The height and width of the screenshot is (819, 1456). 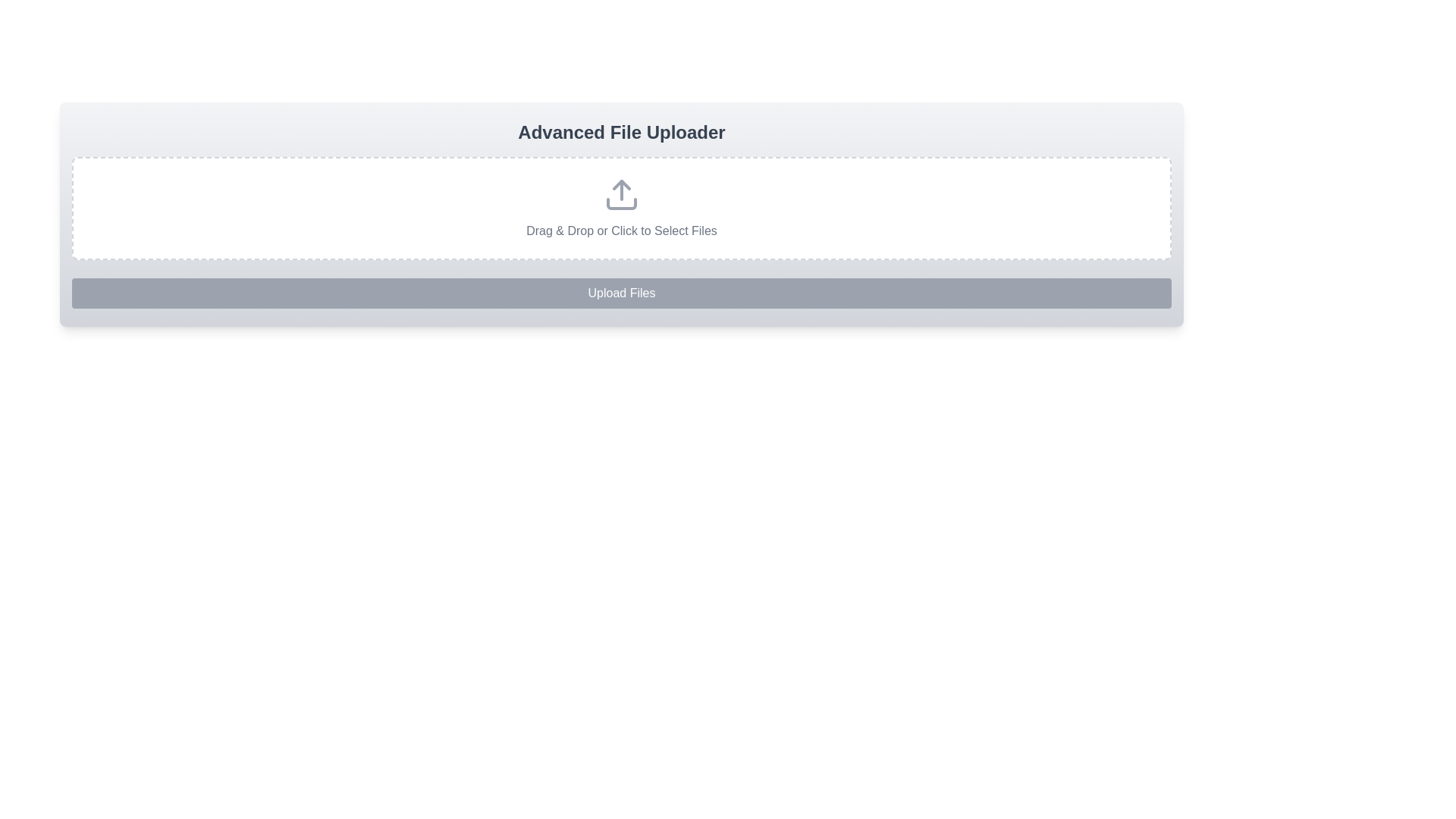 I want to click on the instruction Text label that informs users about dragging and dropping files or clicking to select them for uploading, located in a dashed border area under the upload icon and above the 'Upload Files' button, so click(x=622, y=231).